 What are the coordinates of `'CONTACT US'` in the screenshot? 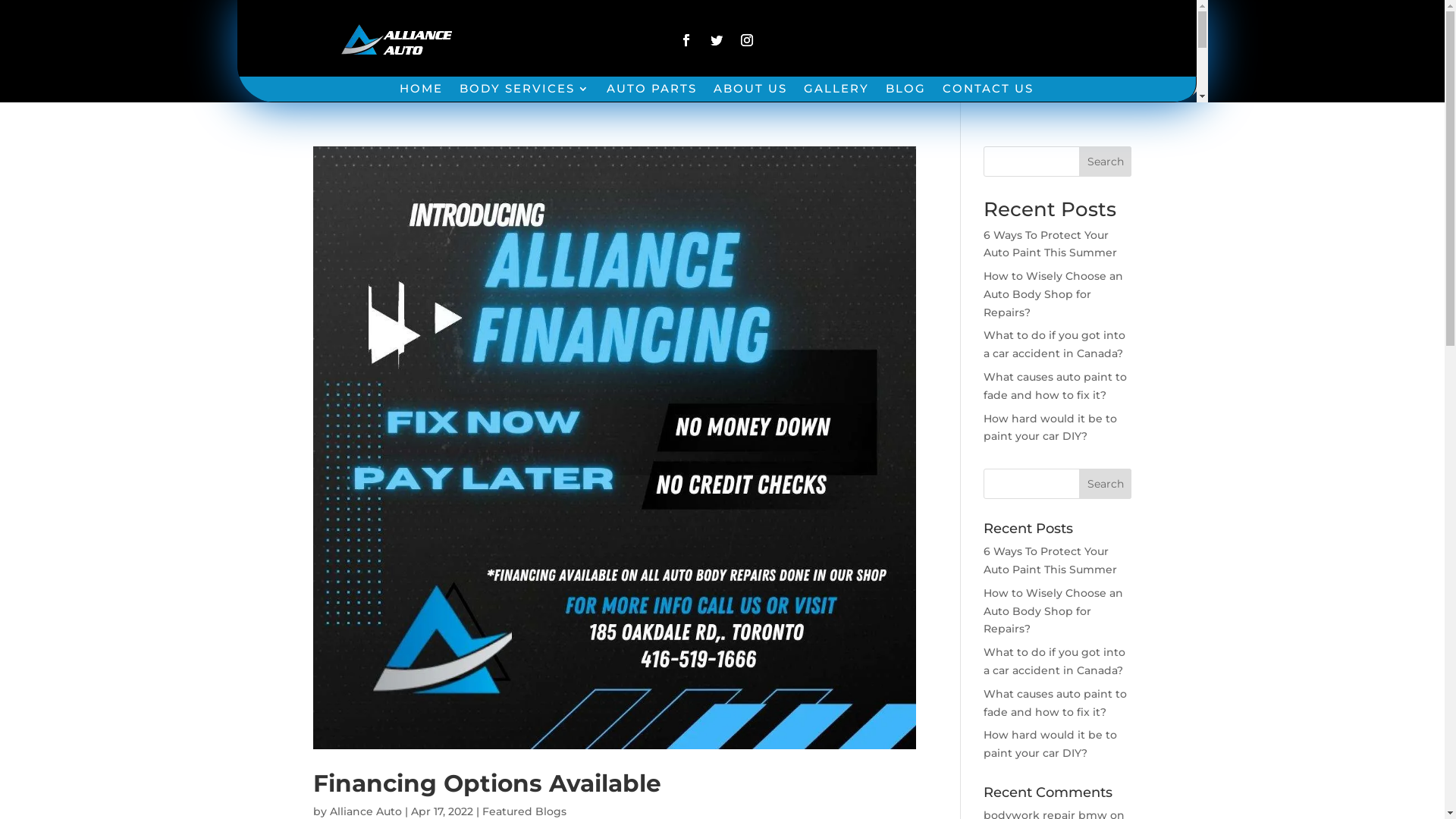 It's located at (987, 92).